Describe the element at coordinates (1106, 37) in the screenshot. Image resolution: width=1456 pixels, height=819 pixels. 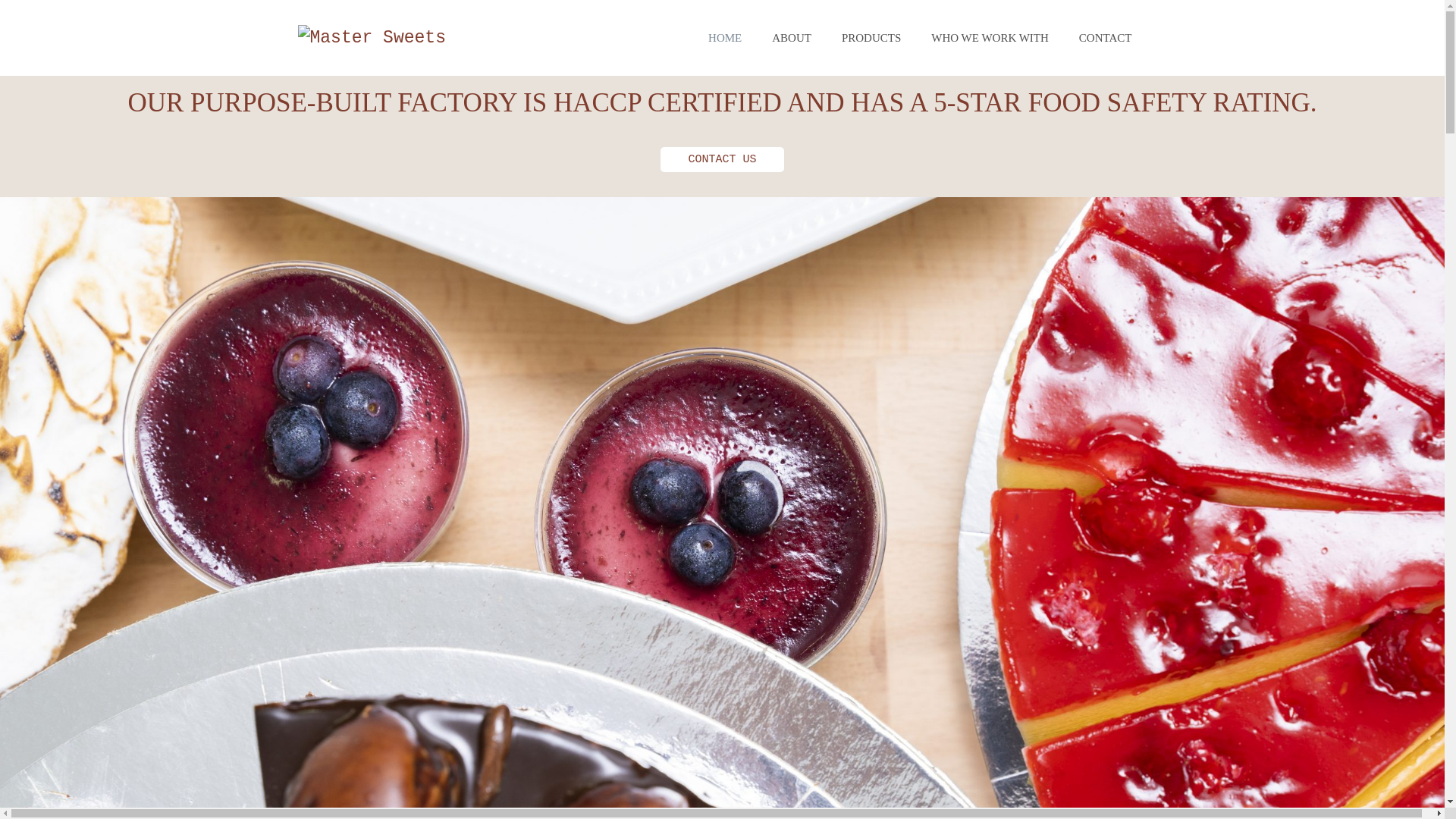
I see `'CONTACT'` at that location.